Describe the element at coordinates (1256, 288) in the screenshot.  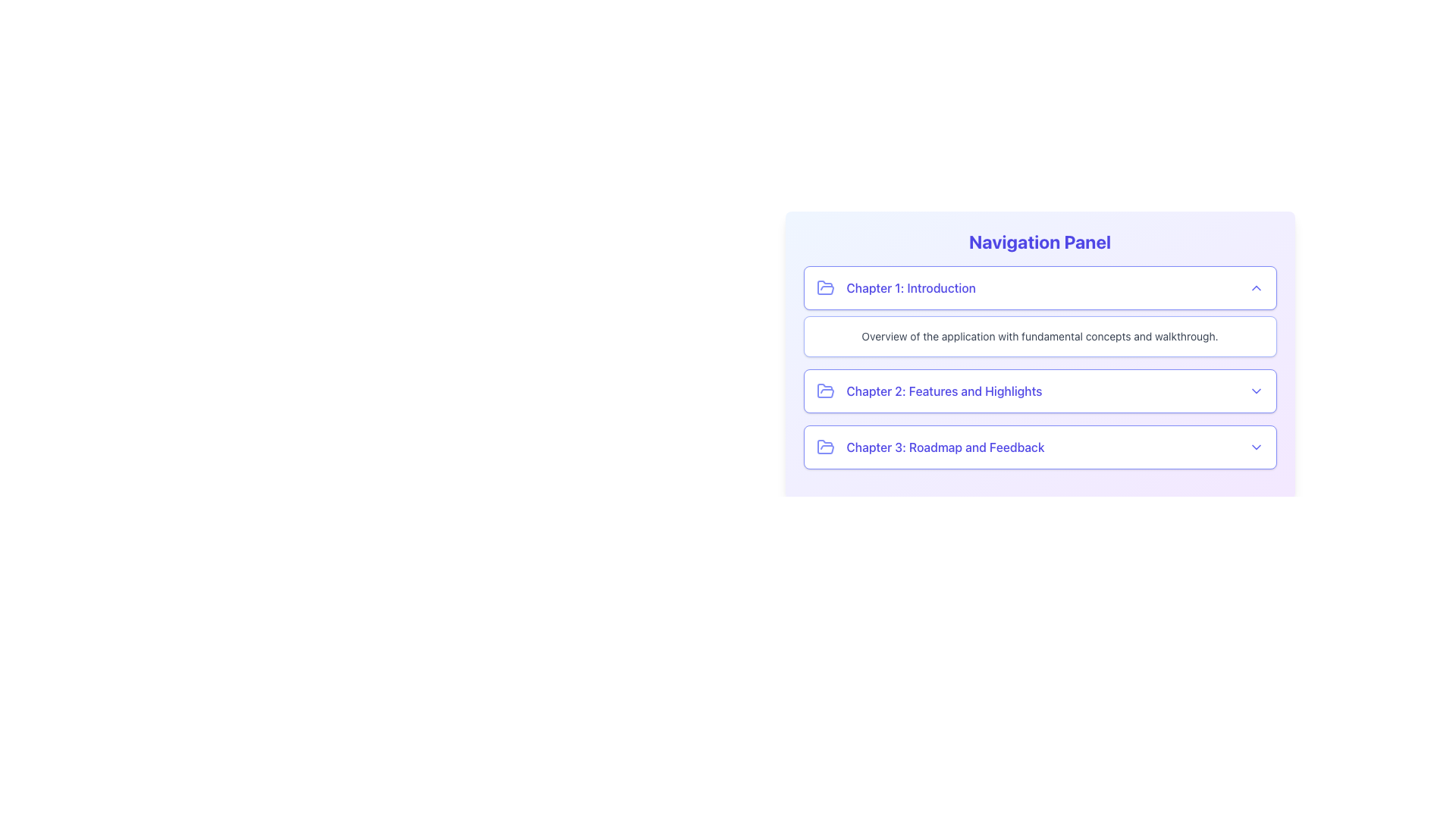
I see `the upward-pointing chevron button in vibrant indigo color located at the rightmost side of the navigation panel` at that location.